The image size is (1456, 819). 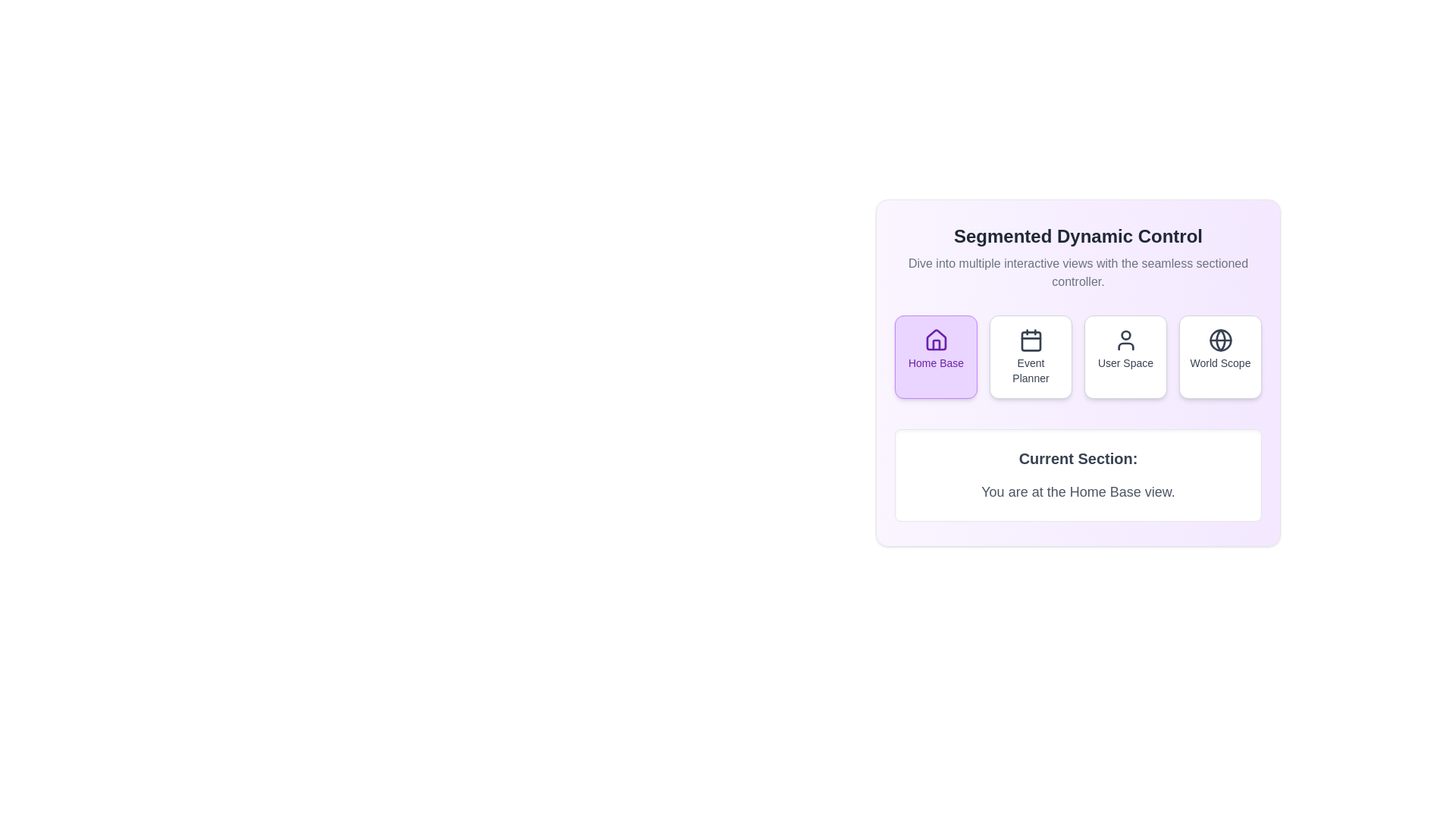 What do you see at coordinates (1077, 458) in the screenshot?
I see `the bold text label that reads 'Current Section:' which is centrally positioned within a white-rounded rectangular area near the bottom of the interface` at bounding box center [1077, 458].